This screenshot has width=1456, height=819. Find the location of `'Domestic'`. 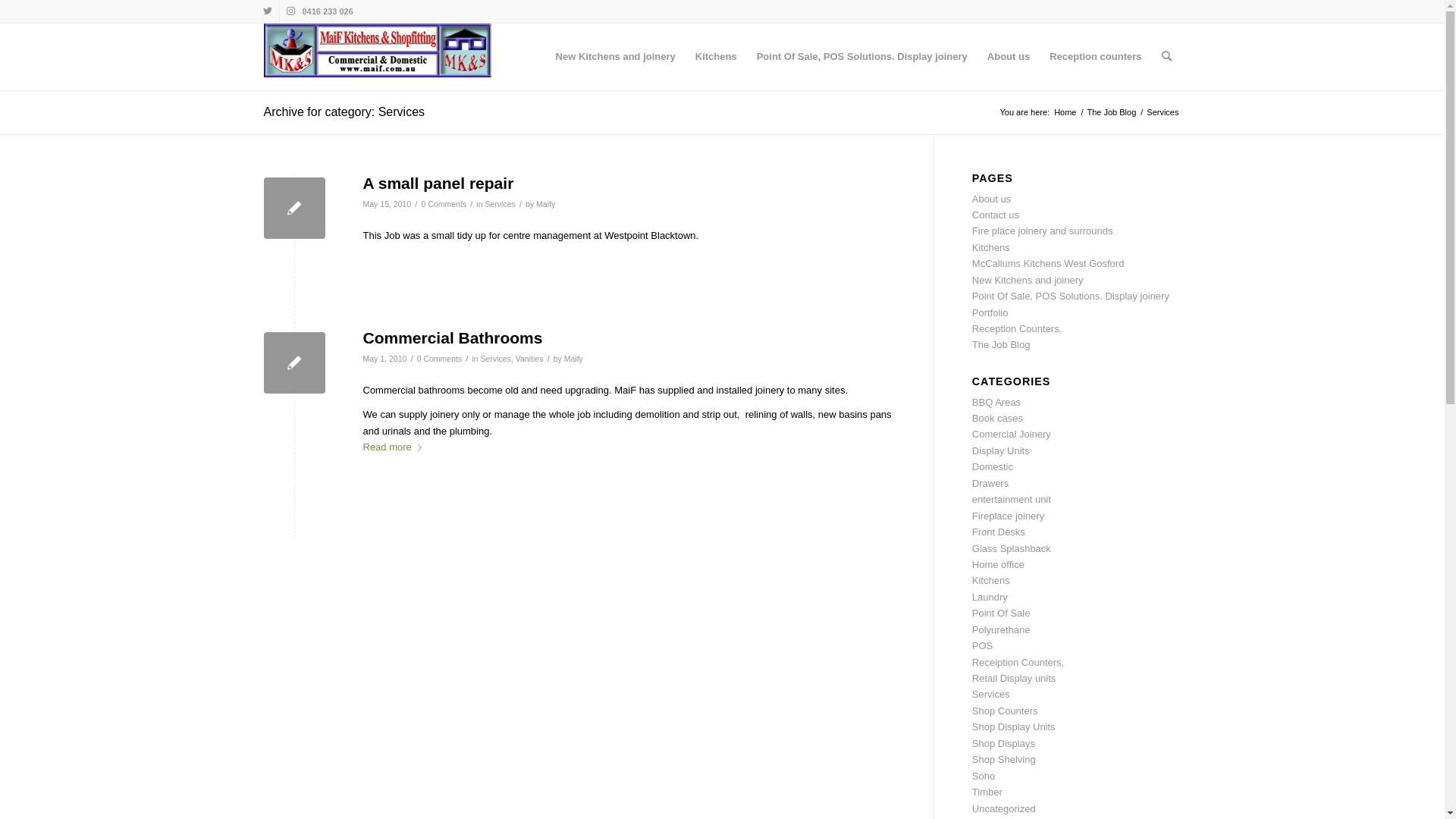

'Domestic' is located at coordinates (971, 466).